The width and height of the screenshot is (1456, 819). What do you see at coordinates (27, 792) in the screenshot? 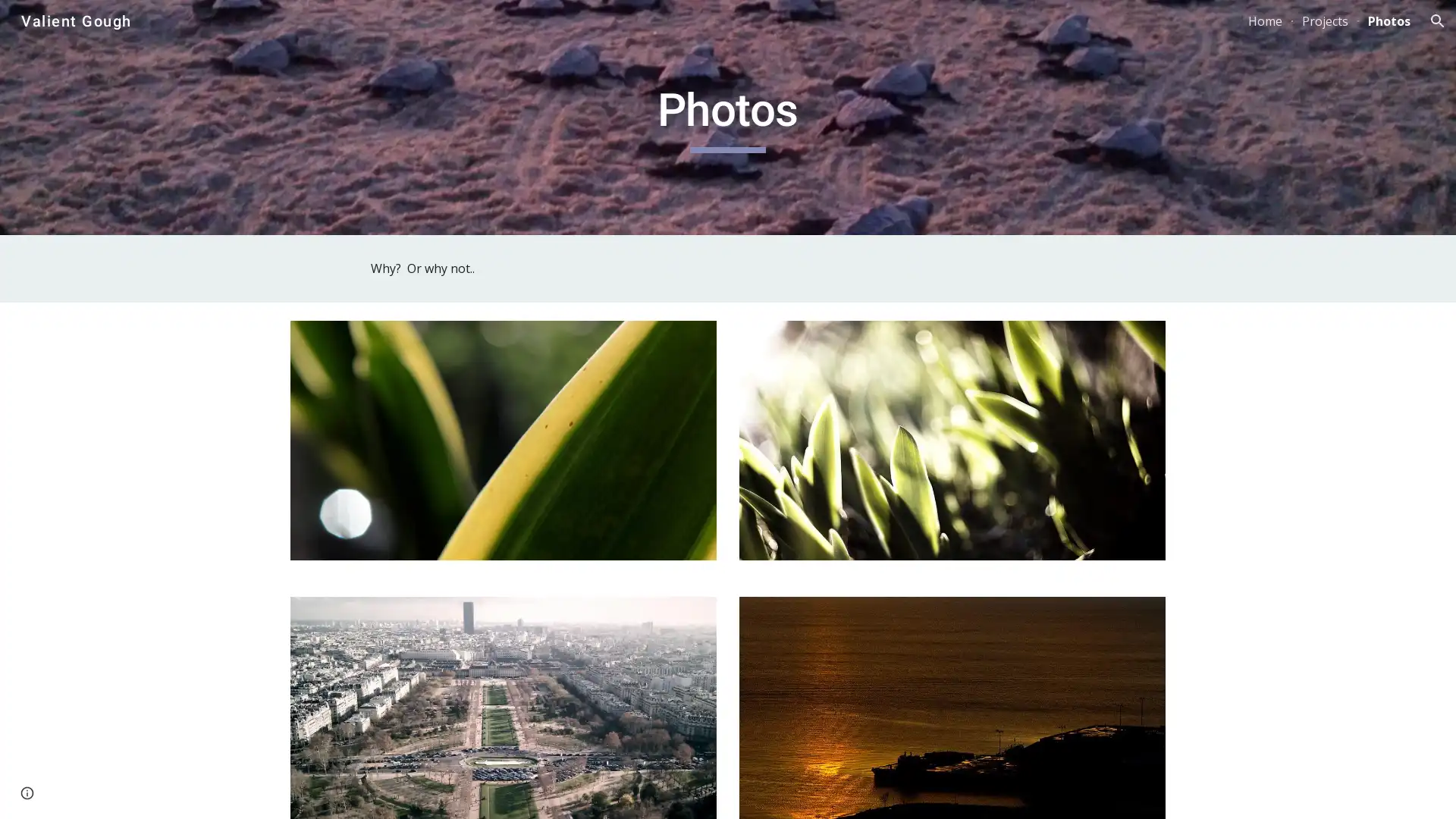
I see `Site actions` at bounding box center [27, 792].